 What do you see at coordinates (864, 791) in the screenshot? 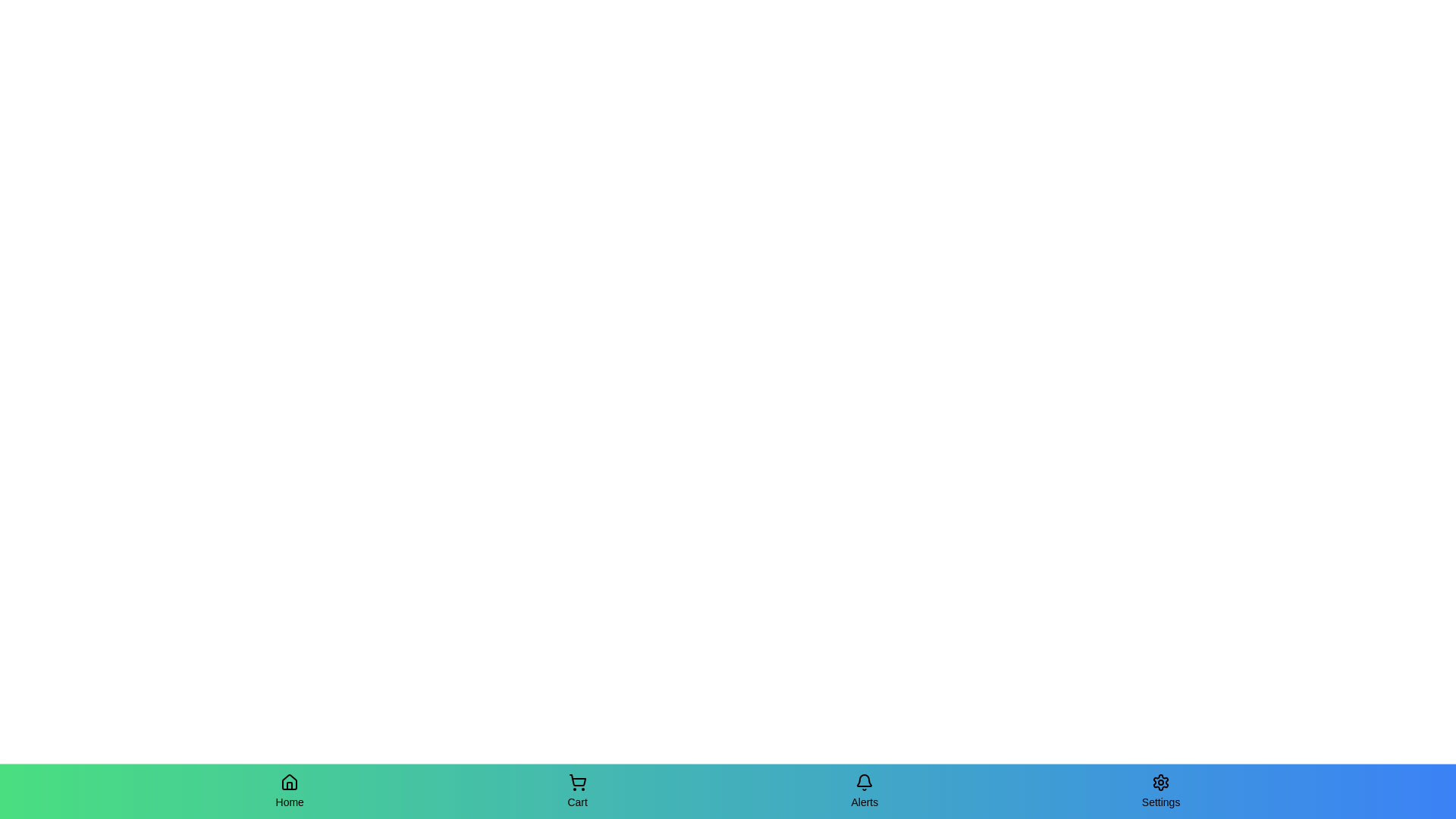
I see `the Alerts tab by clicking on it` at bounding box center [864, 791].